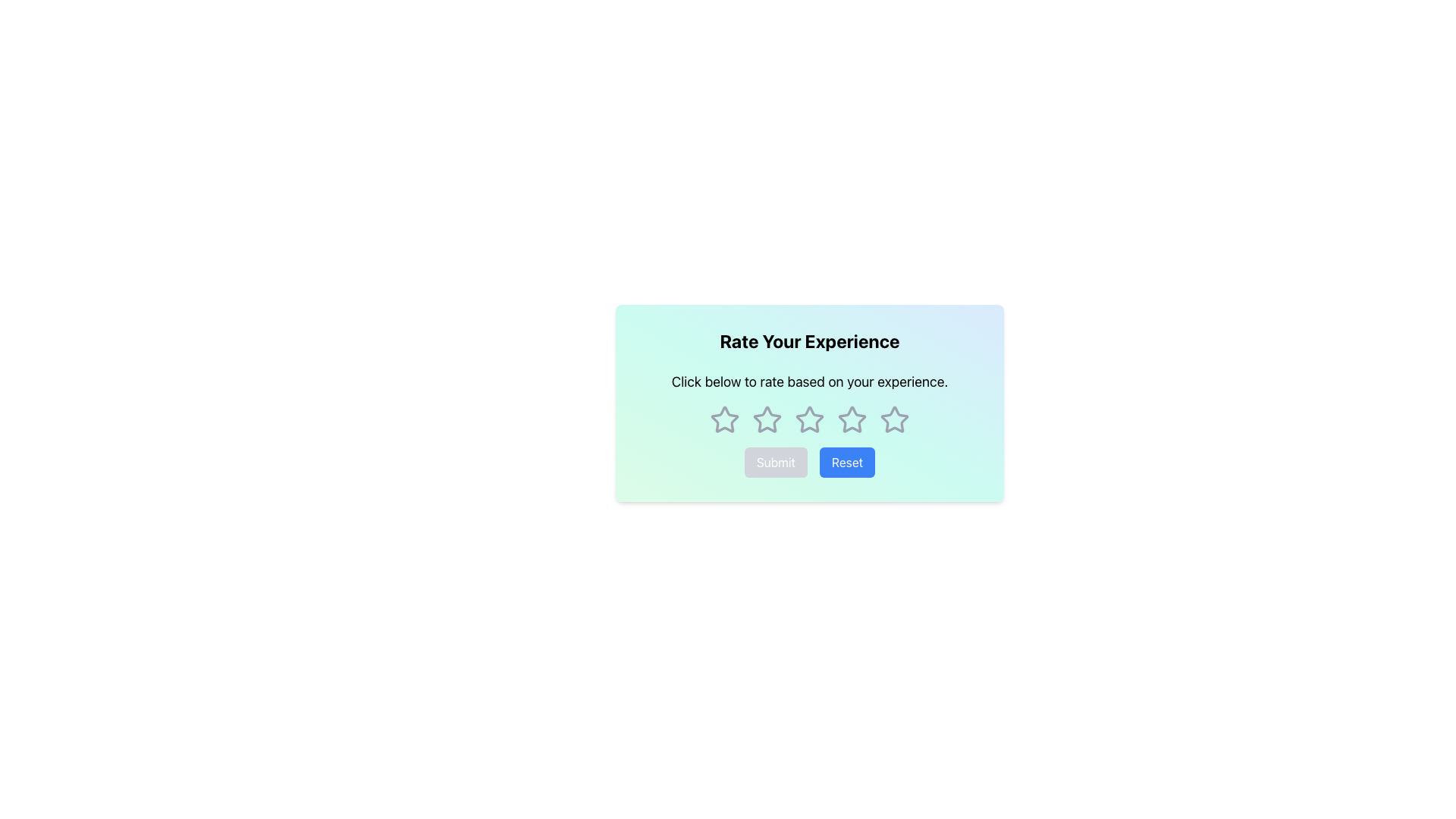 The width and height of the screenshot is (1456, 819). Describe the element at coordinates (809, 420) in the screenshot. I see `the fourth star in the rating stars component located below the text 'Click below to rate based on your experience.' and above the 'Submit' and 'Reset' buttons` at that location.